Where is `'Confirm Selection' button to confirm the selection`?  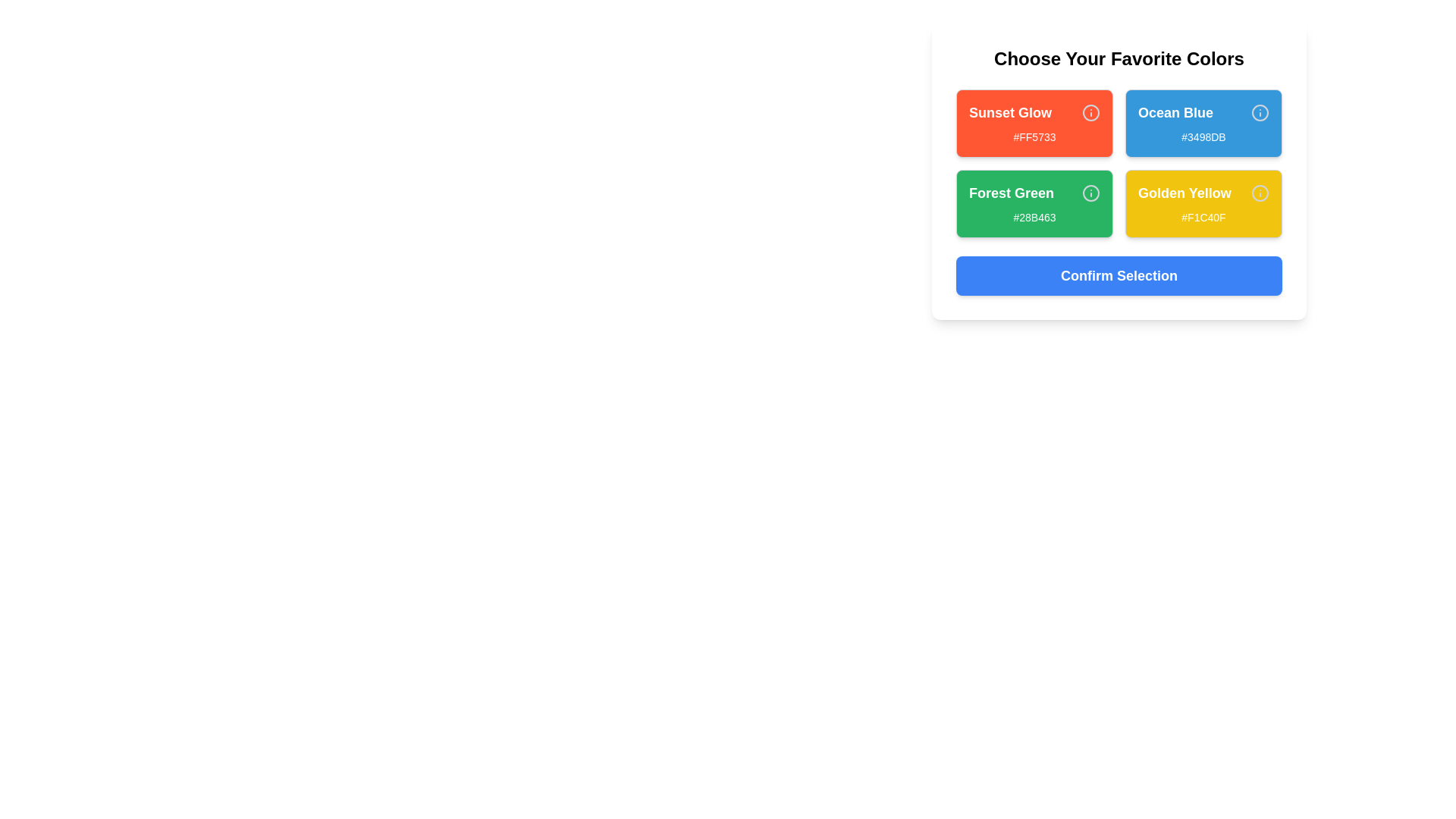 'Confirm Selection' button to confirm the selection is located at coordinates (1119, 275).